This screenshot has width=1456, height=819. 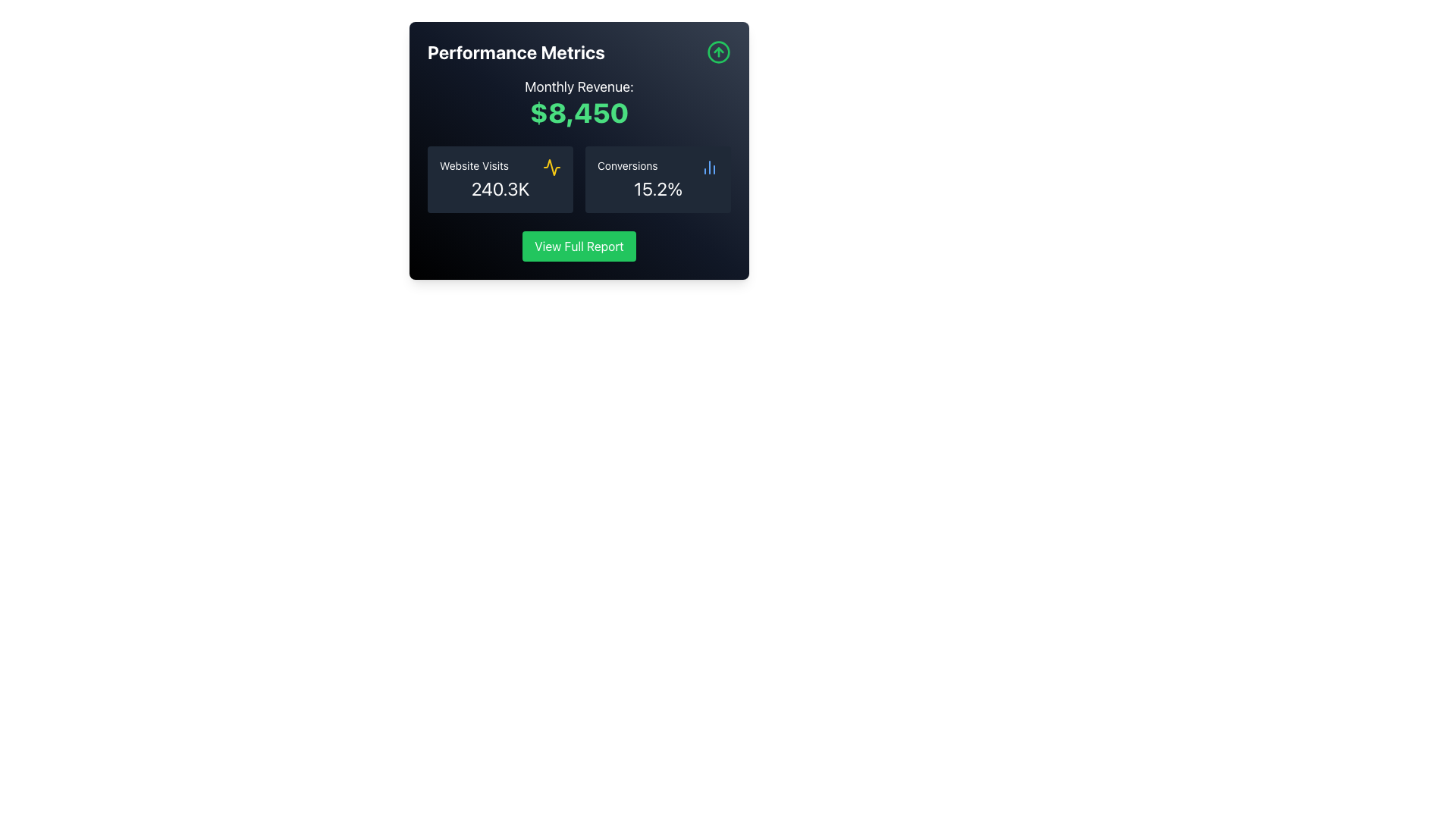 I want to click on the text label reading 'Website Visits', which is styled in light text on a dark background and located at the top-left corner of a section within a card, so click(x=473, y=167).